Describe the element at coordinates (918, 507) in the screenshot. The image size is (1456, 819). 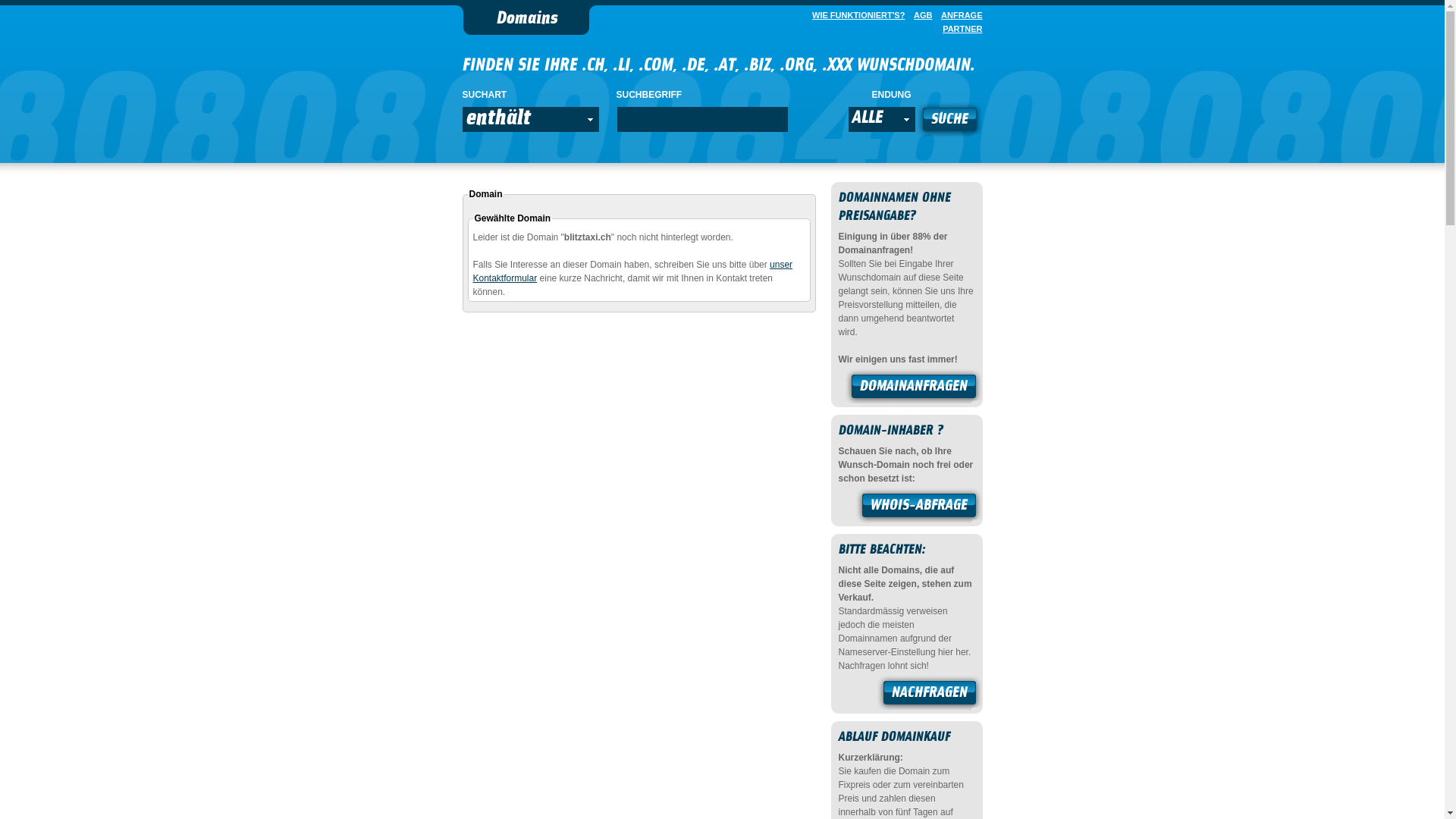
I see `'WHOIS-ABFRAGE'` at that location.